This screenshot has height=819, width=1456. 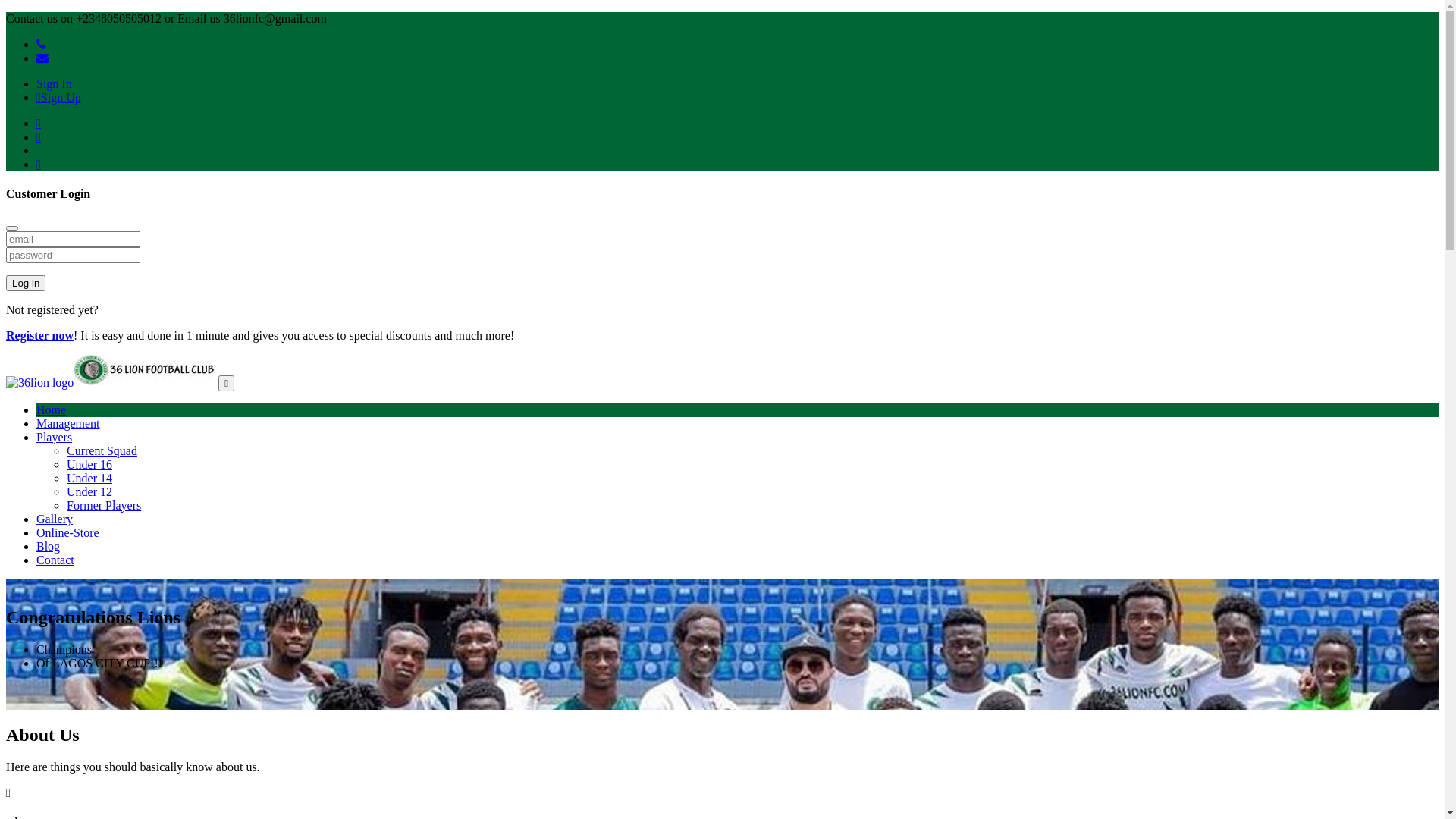 What do you see at coordinates (67, 423) in the screenshot?
I see `'Management'` at bounding box center [67, 423].